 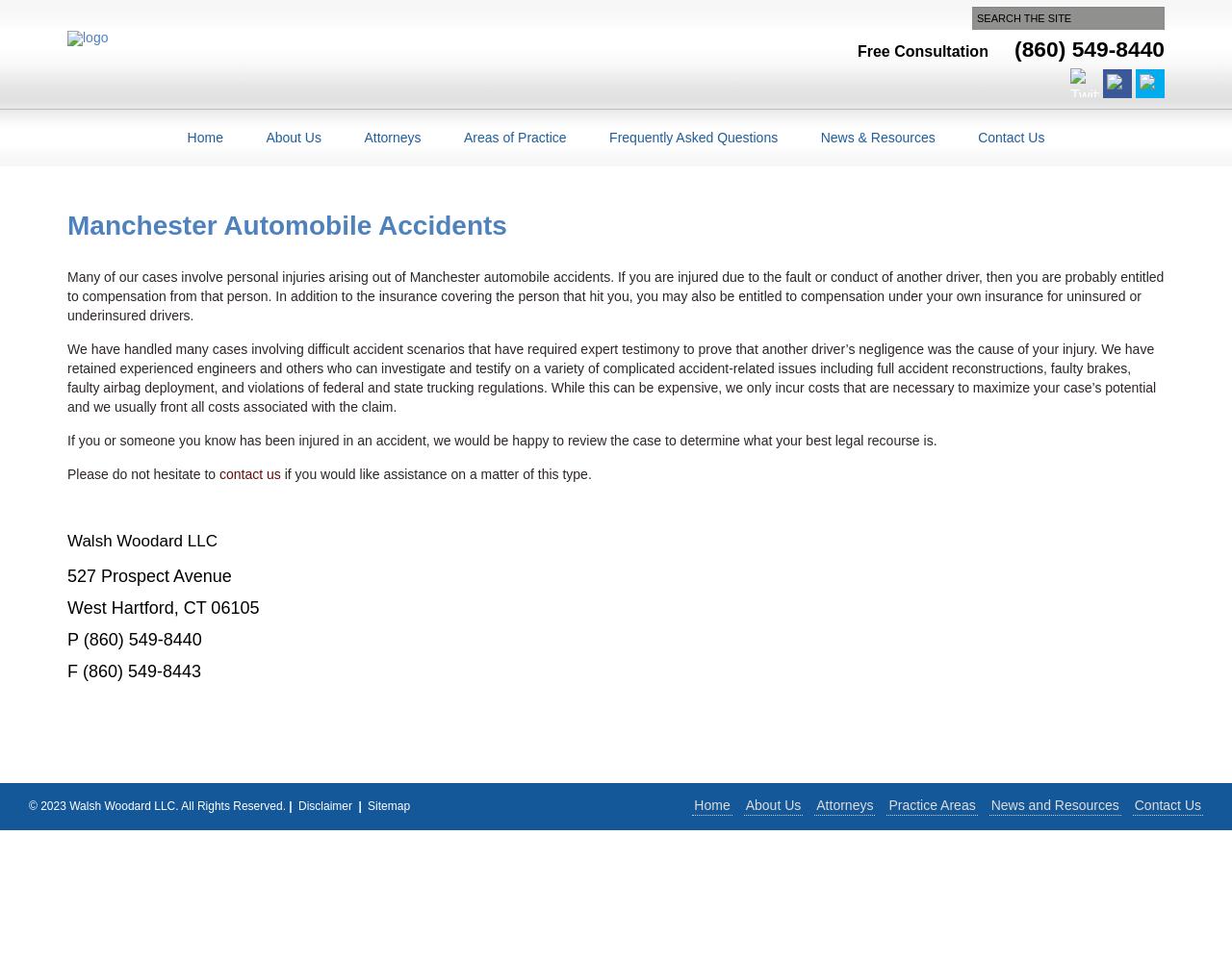 What do you see at coordinates (163, 607) in the screenshot?
I see `'West Hartford, CT 06105'` at bounding box center [163, 607].